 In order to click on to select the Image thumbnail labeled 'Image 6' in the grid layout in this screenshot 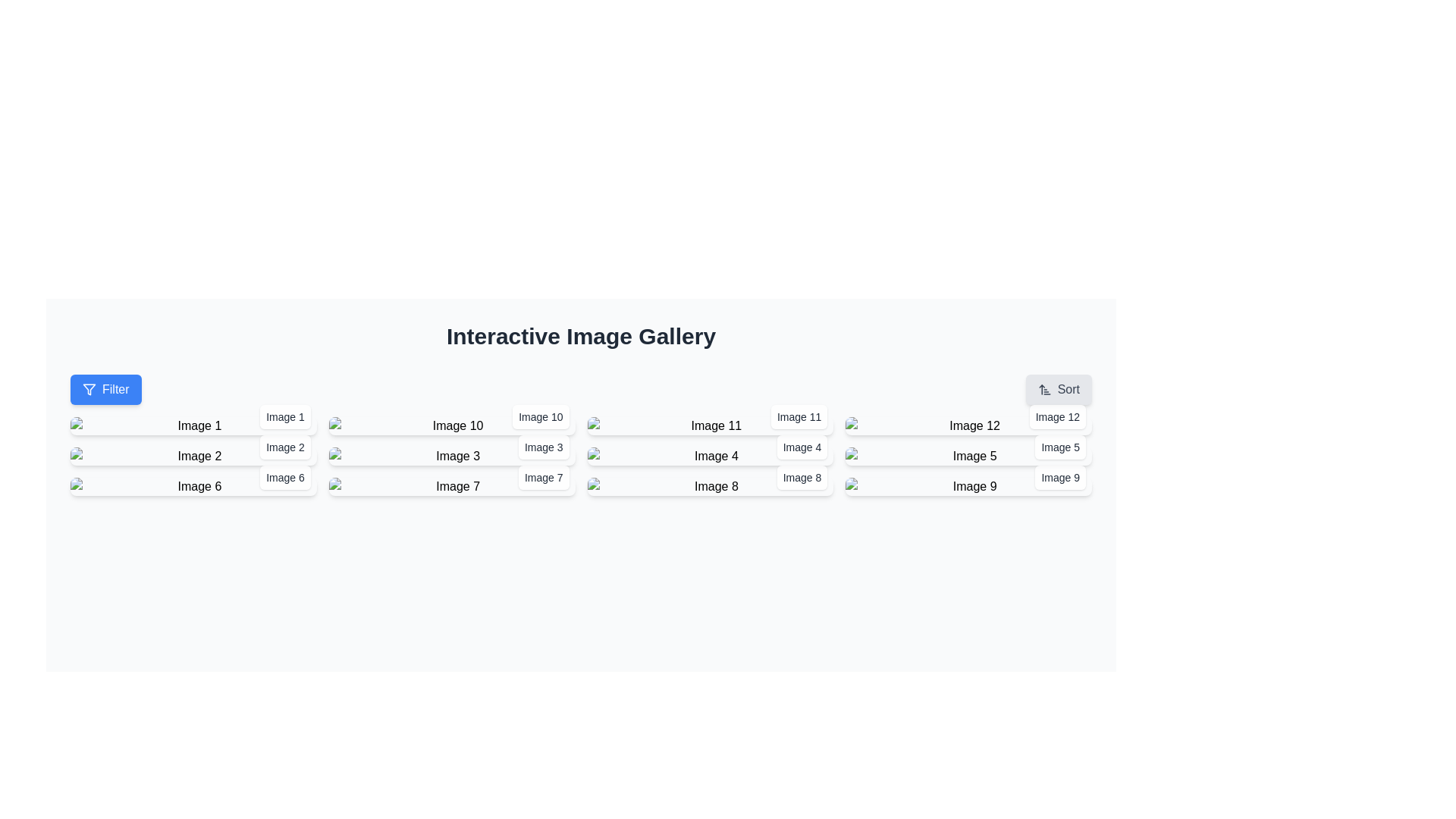, I will do `click(193, 486)`.